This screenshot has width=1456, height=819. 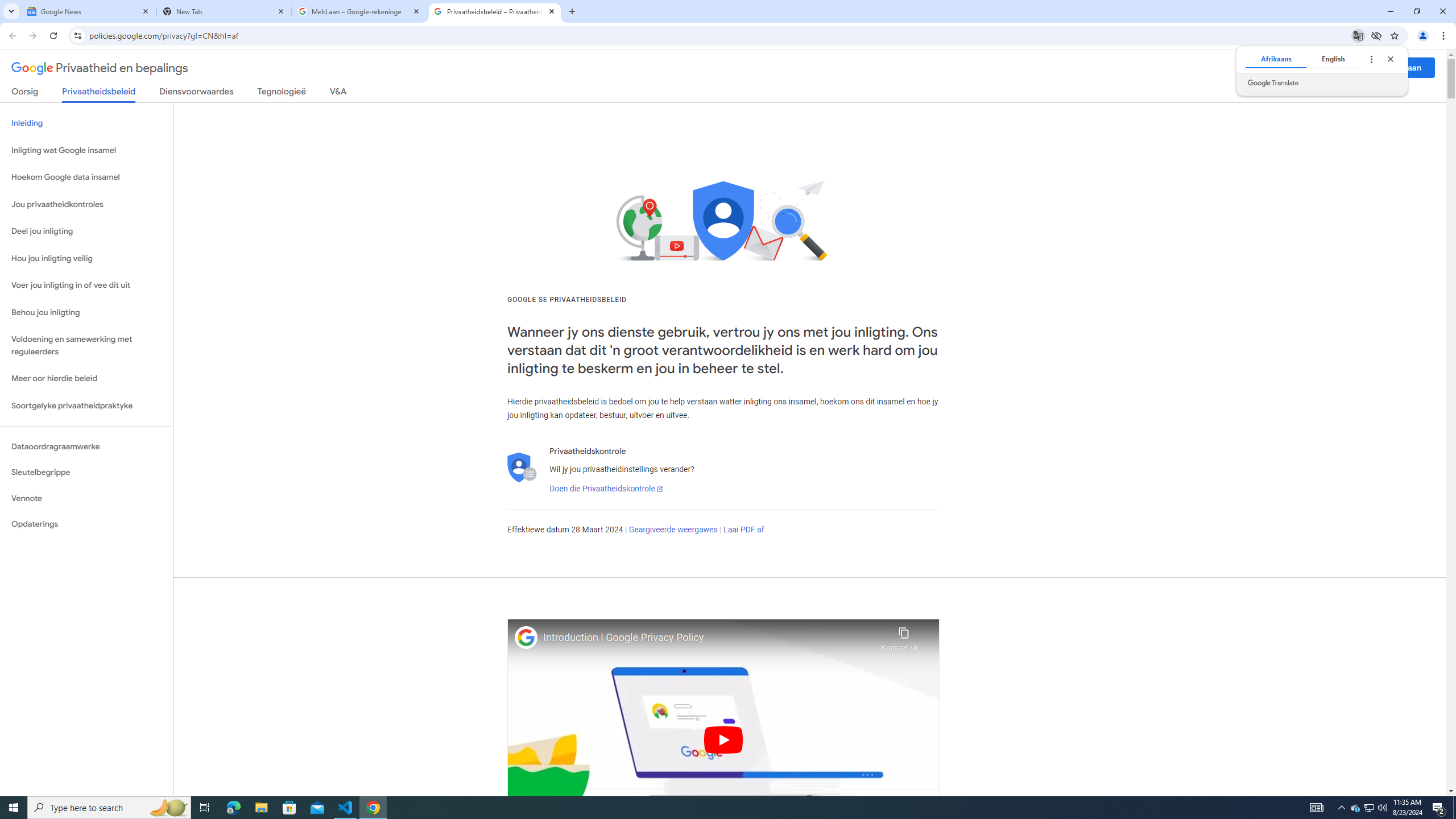 What do you see at coordinates (86, 122) in the screenshot?
I see `'Inleiding'` at bounding box center [86, 122].